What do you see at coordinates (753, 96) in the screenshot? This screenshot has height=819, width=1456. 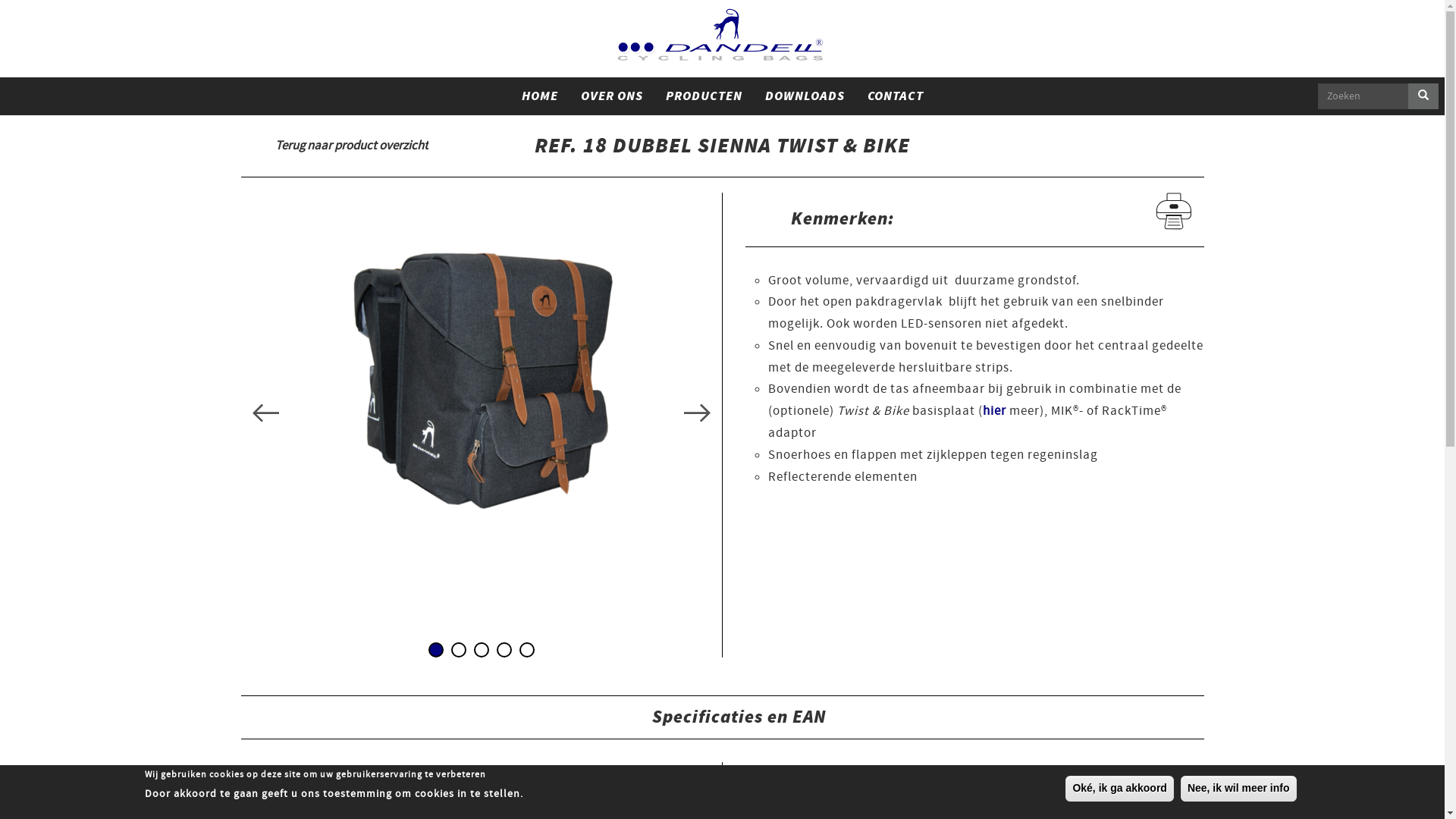 I see `'DOWNLOADS'` at bounding box center [753, 96].